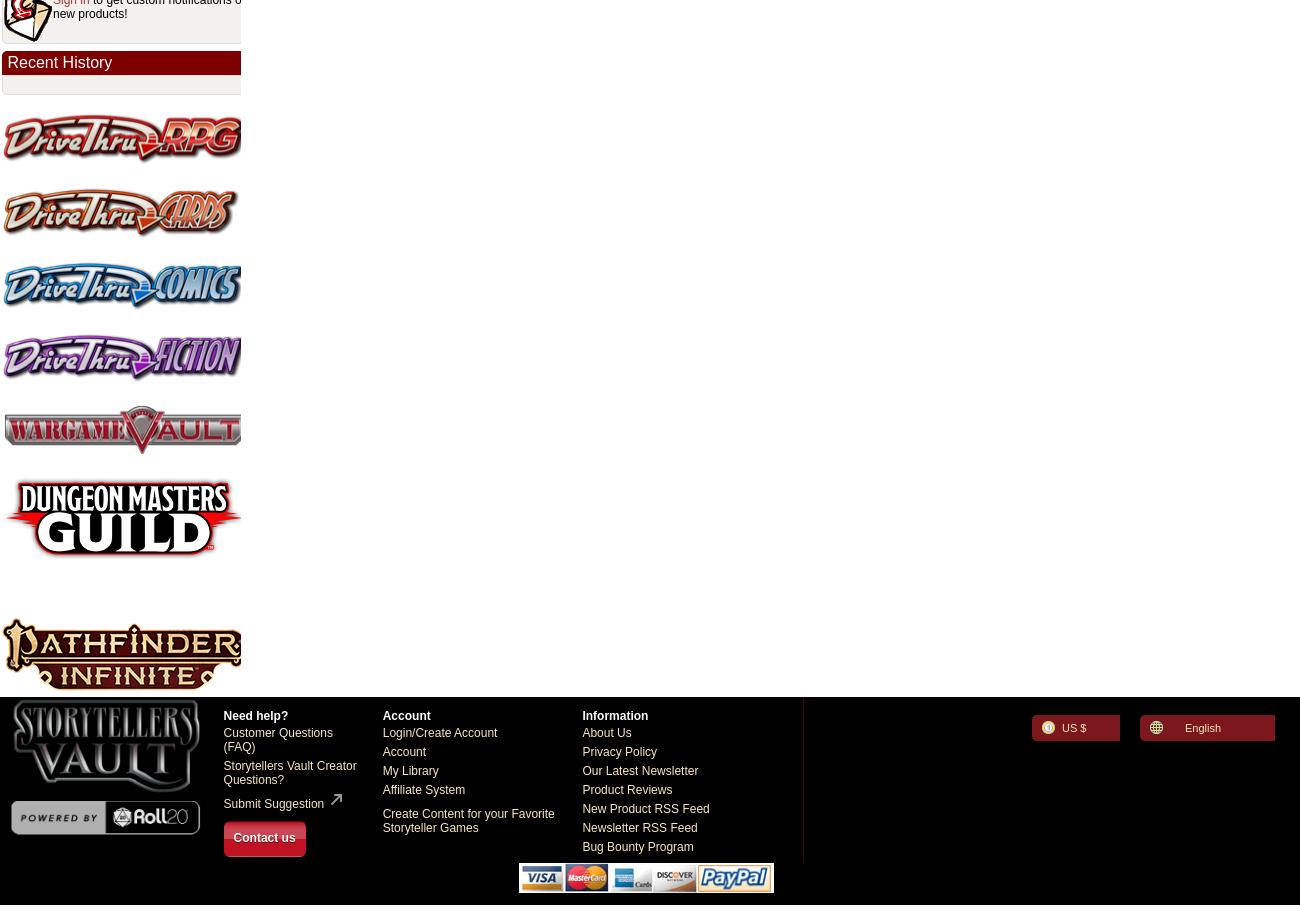 This screenshot has width=1300, height=923. I want to click on 'Storytellers Vault Creator Questions?', so click(289, 772).